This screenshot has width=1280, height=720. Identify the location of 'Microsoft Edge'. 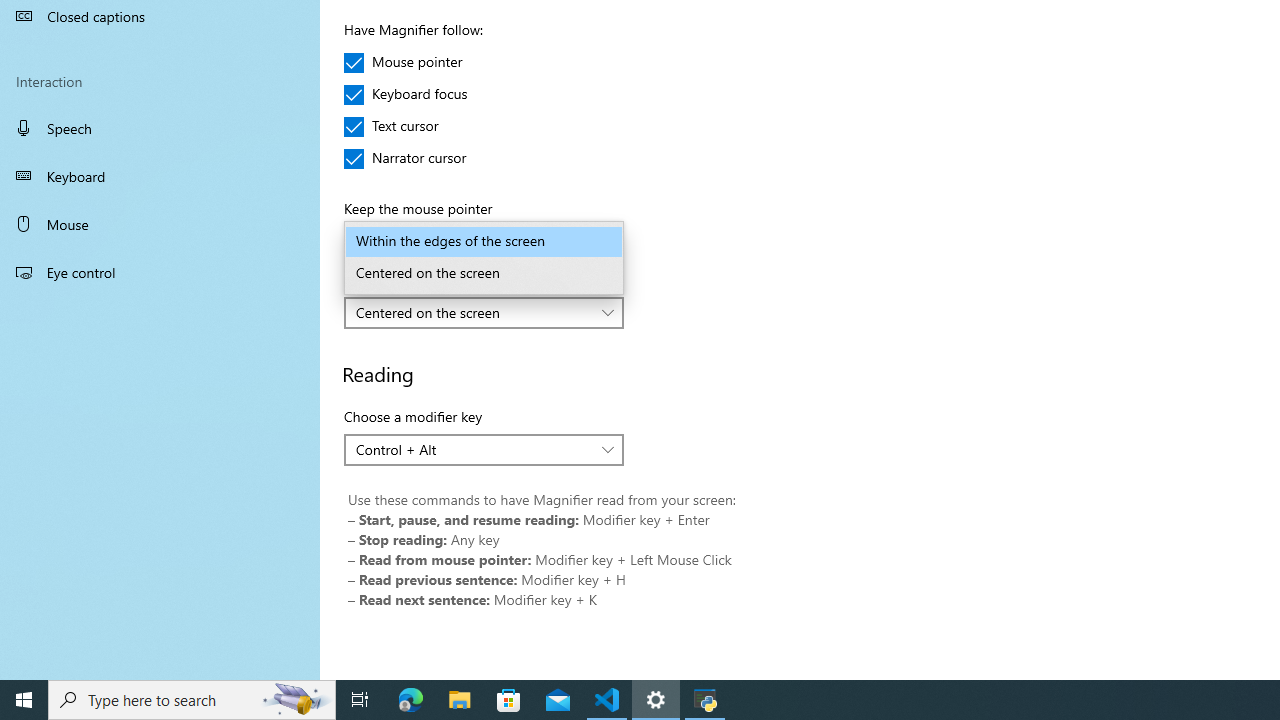
(410, 698).